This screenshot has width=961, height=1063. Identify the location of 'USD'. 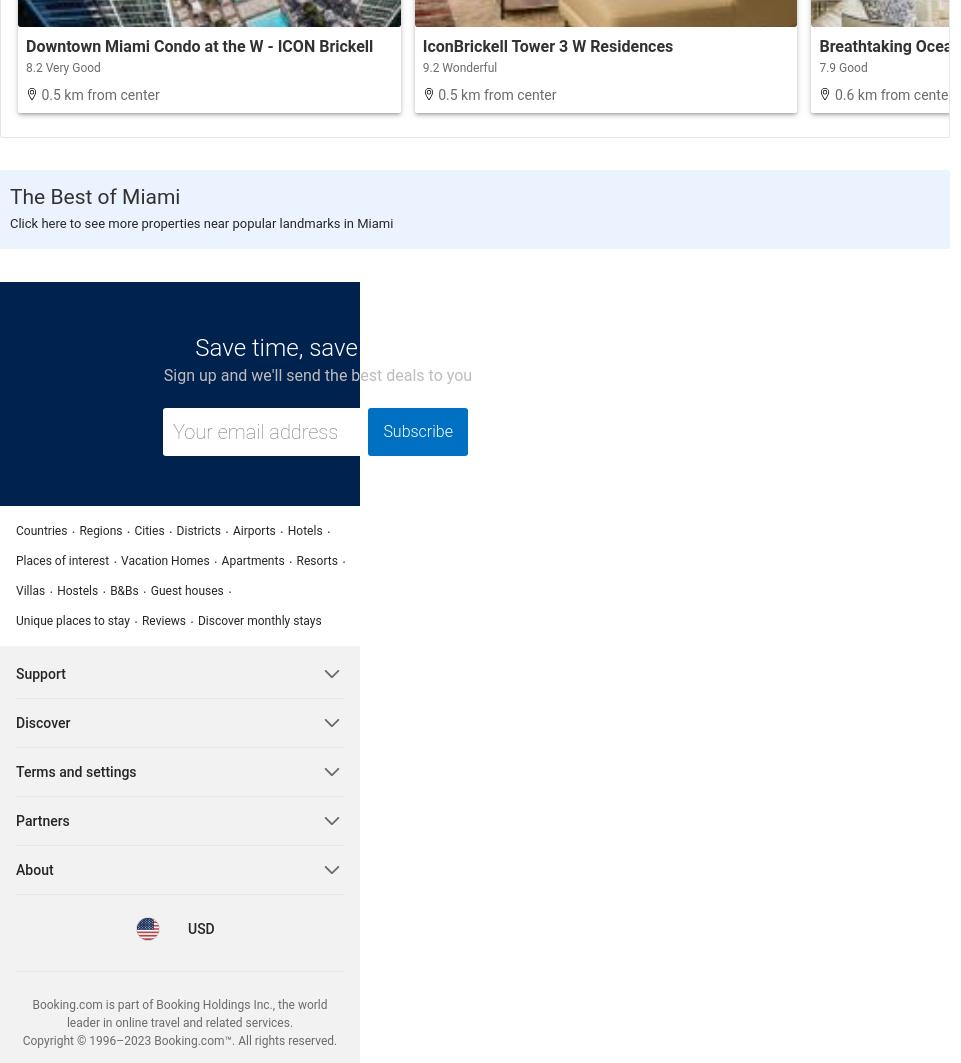
(187, 927).